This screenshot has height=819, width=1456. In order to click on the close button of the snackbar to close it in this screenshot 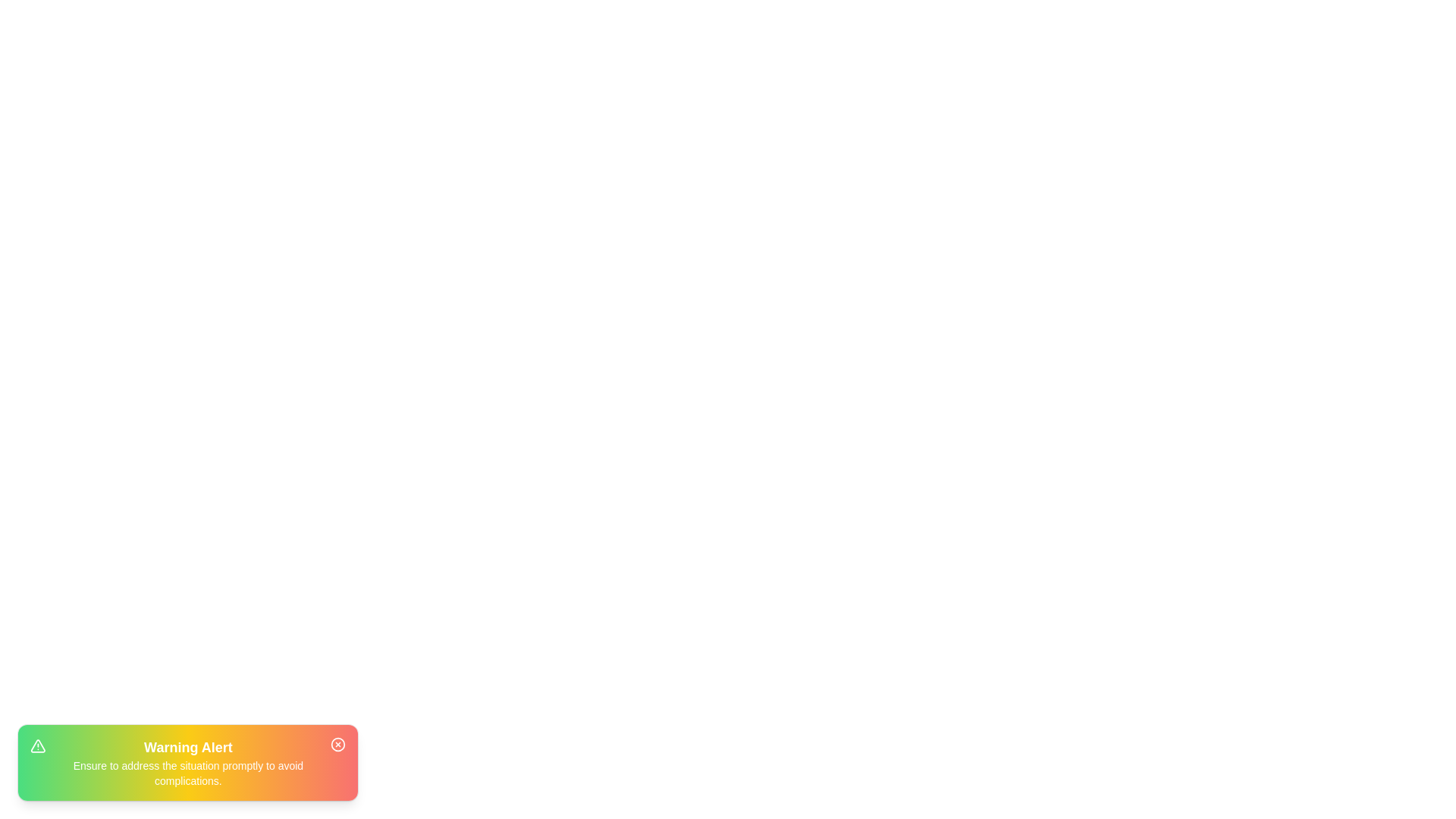, I will do `click(337, 744)`.